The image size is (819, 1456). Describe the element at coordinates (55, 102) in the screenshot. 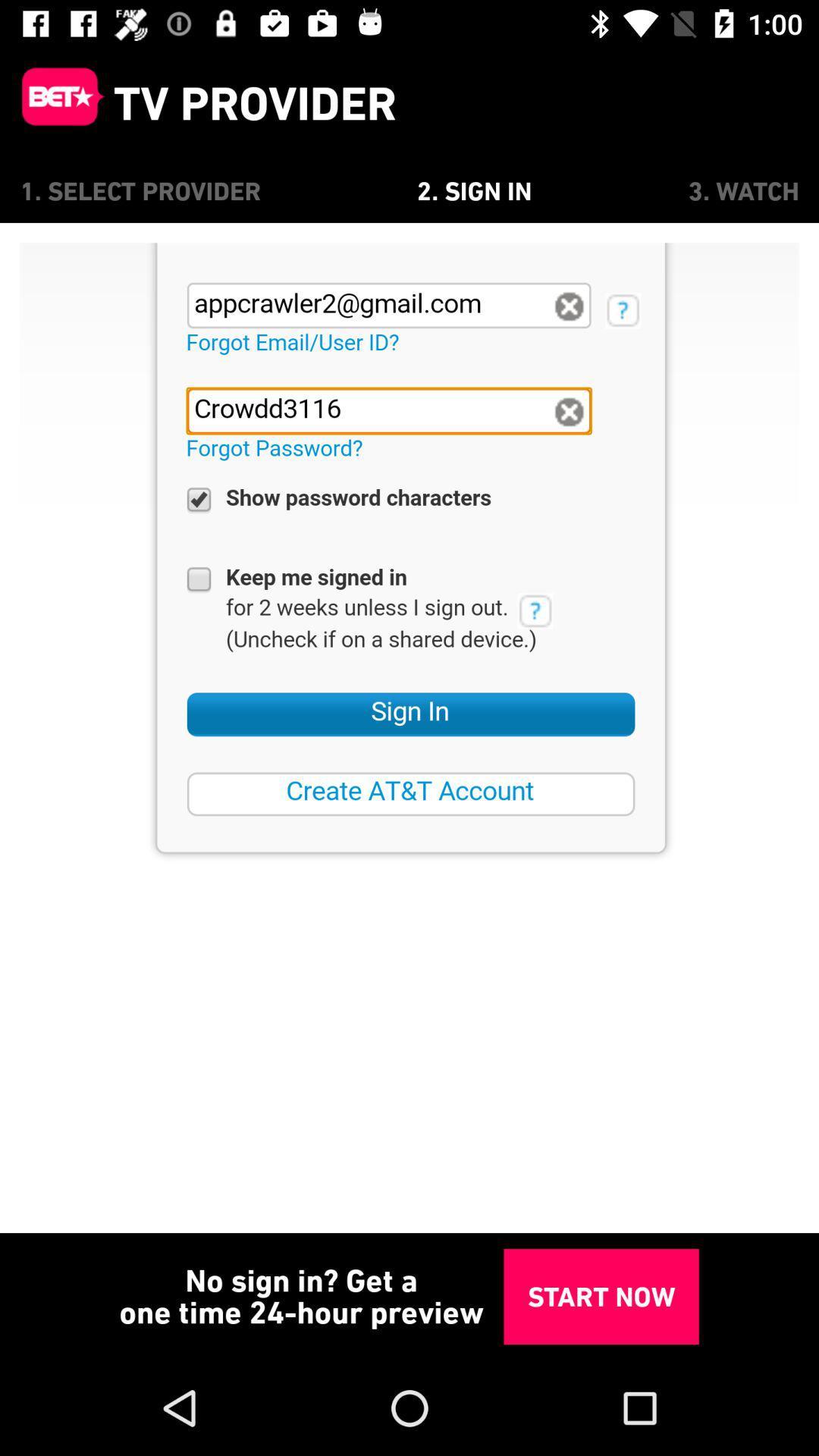

I see `main menu page` at that location.